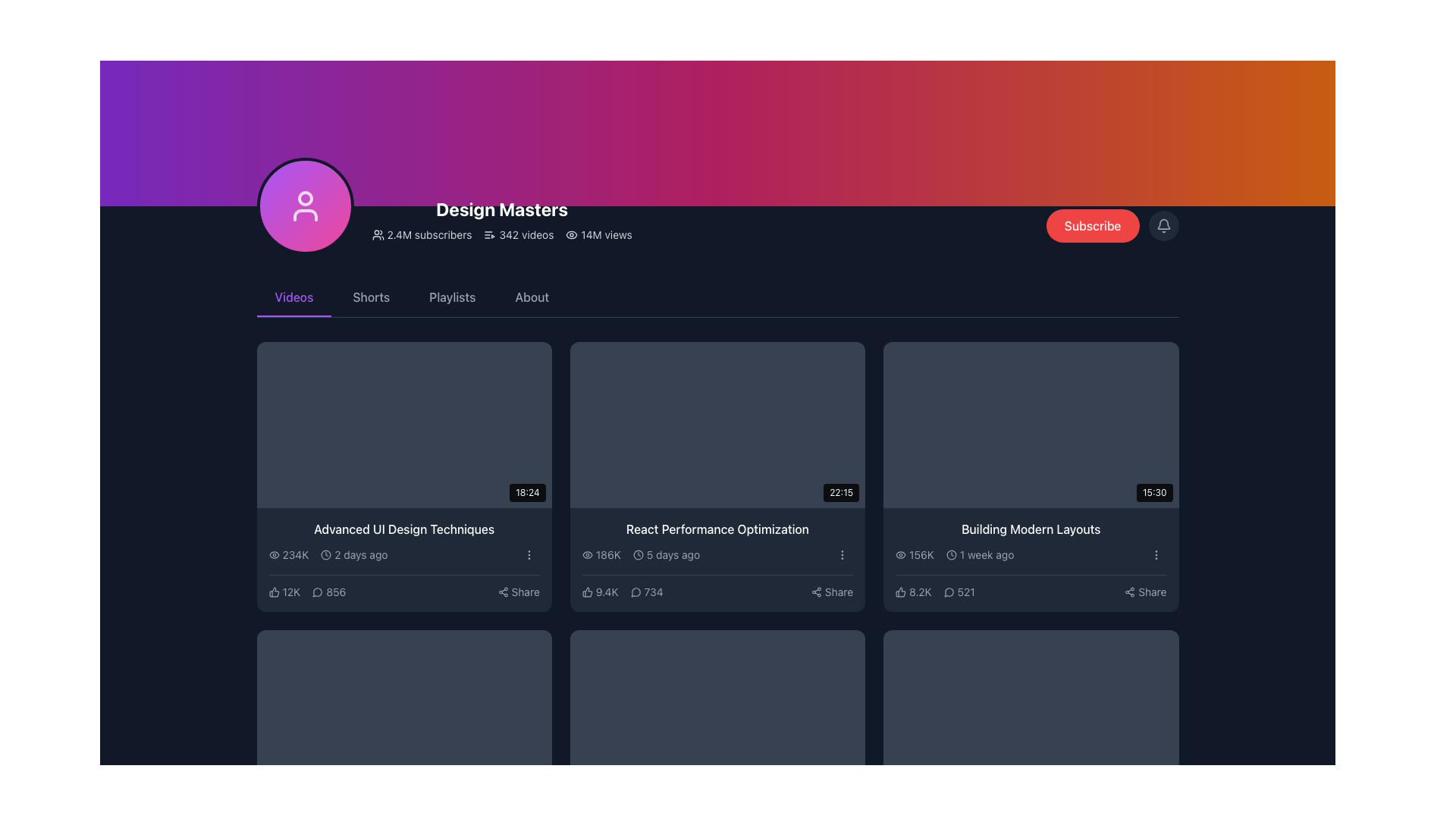  I want to click on the share button located at the bottom-right corner of the video card for 'Building Modern Layouts', so click(1145, 591).